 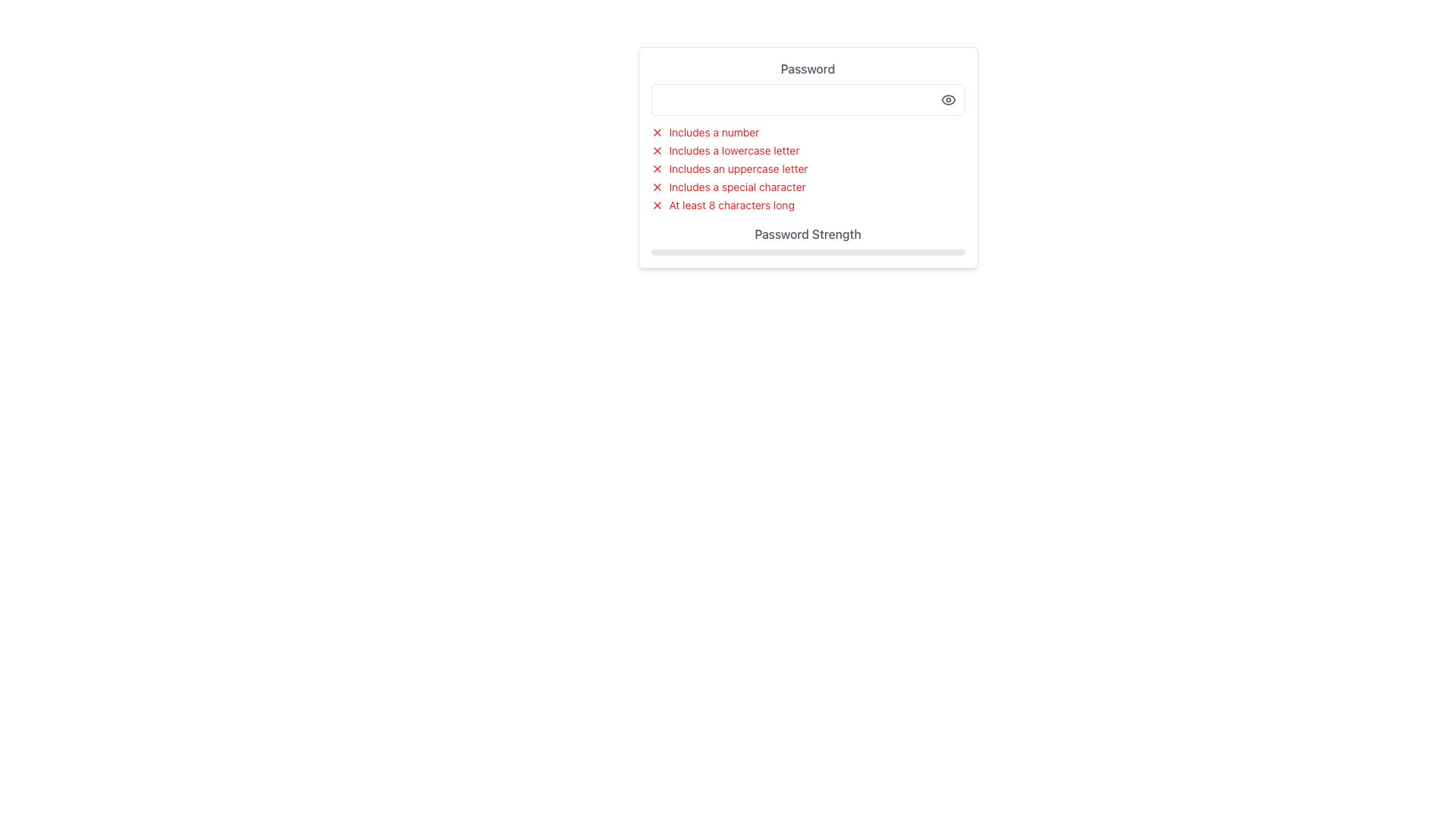 I want to click on the text element that conveys the requirement for having a special character in the password, which is the fourth item in a vertically arranged list of password guidelines, so click(x=737, y=186).